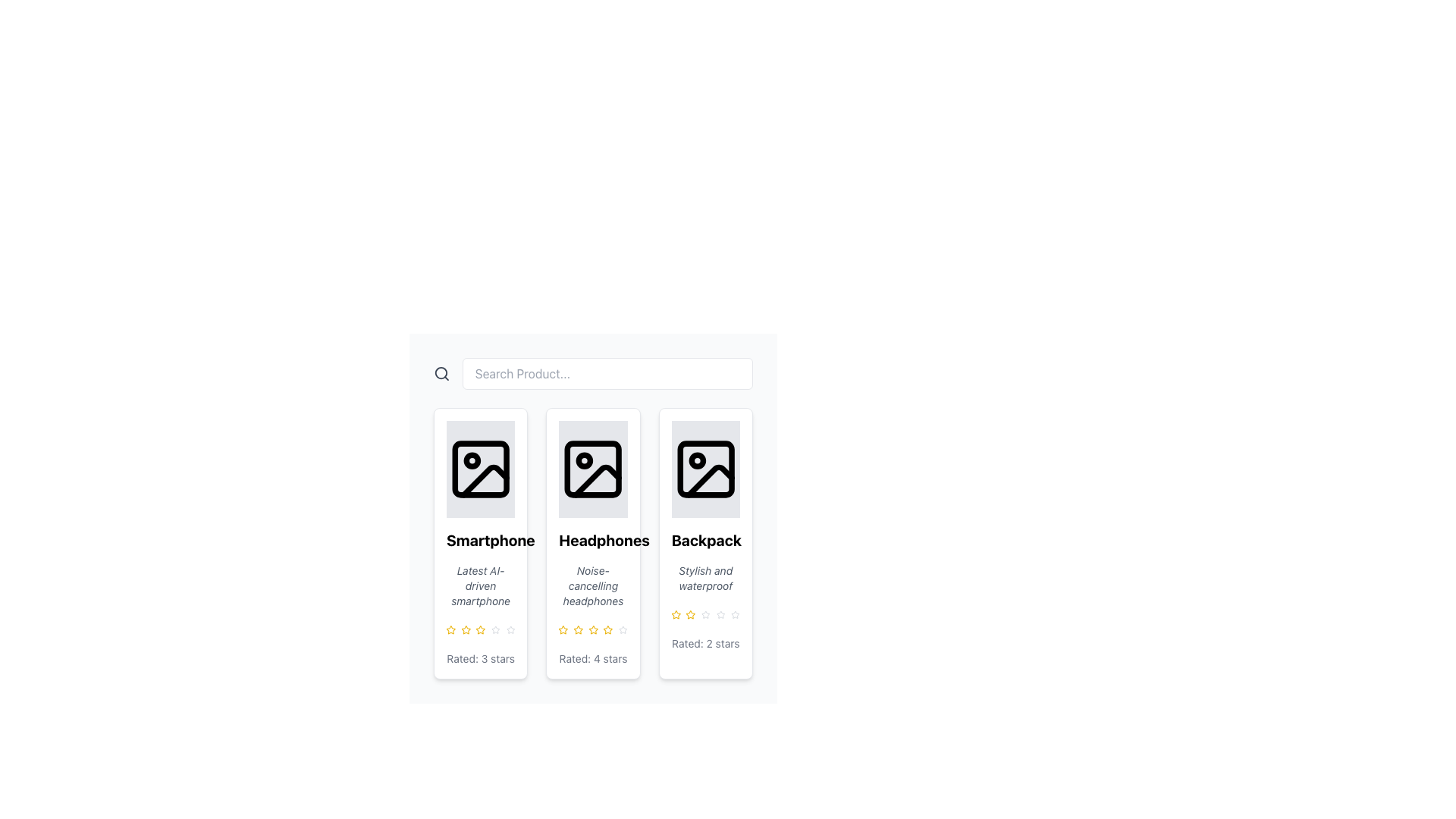 The image size is (1456, 819). Describe the element at coordinates (592, 629) in the screenshot. I see `the fourth star in the rating component of the 'Headphones' product card` at that location.